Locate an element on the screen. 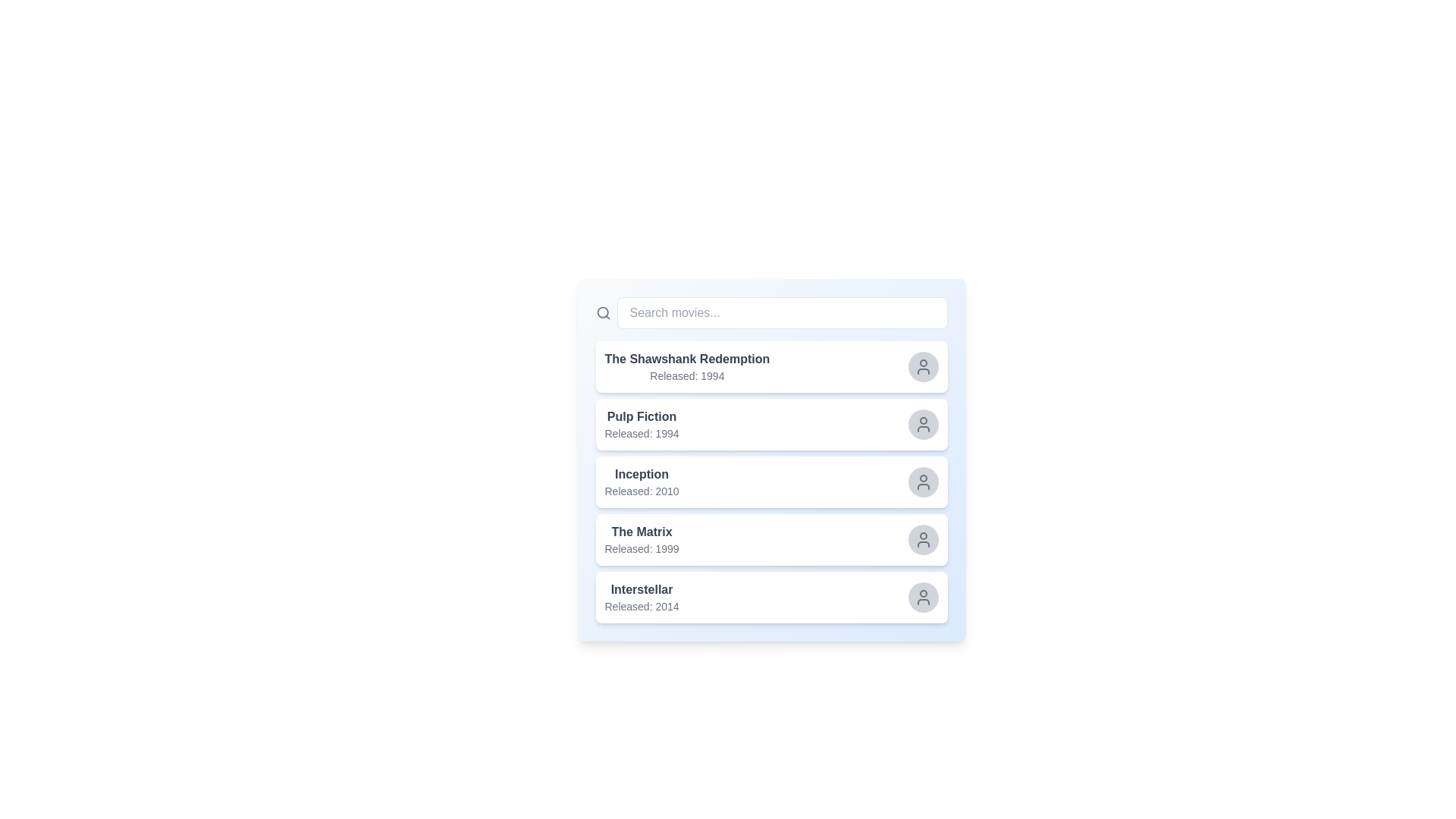 The width and height of the screenshot is (1456, 819). the user profile icon located at the bottom-right of the 'Interstellar' list item is located at coordinates (922, 596).